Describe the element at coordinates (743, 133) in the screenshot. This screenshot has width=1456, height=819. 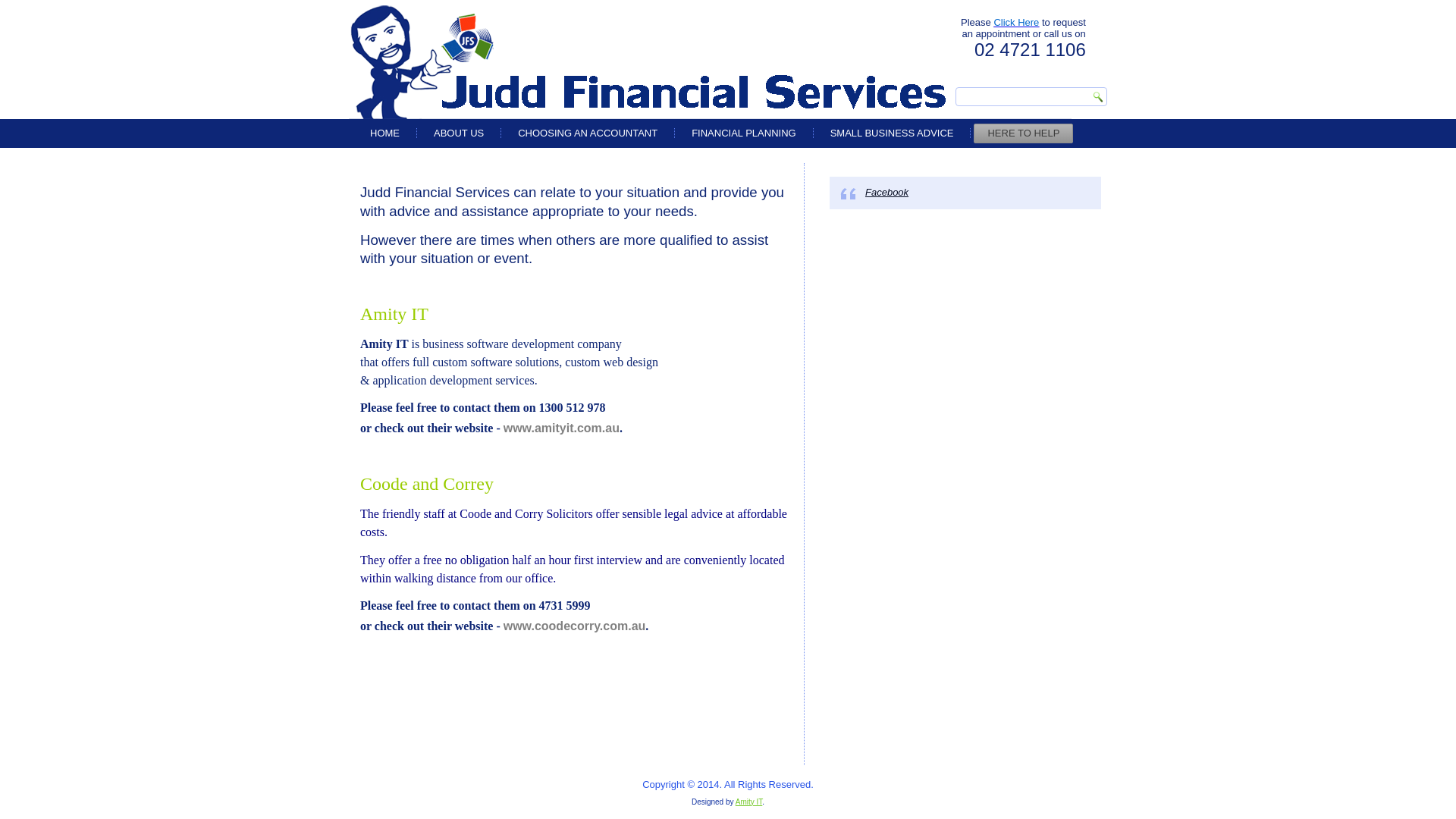
I see `'FINANCIAL PLANNING'` at that location.